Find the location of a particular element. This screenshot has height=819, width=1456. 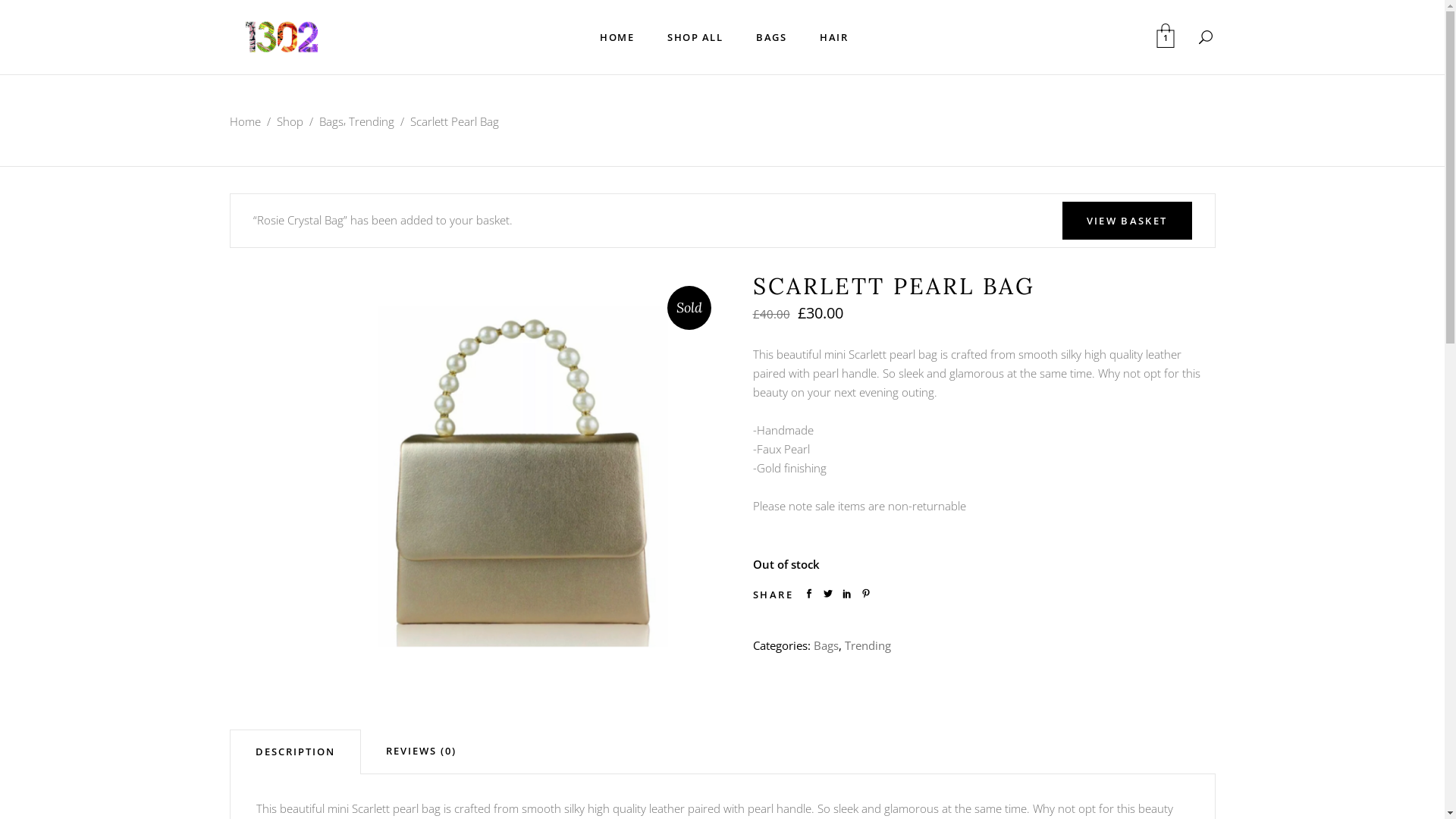

'VIEW BASKET' is located at coordinates (1127, 220).